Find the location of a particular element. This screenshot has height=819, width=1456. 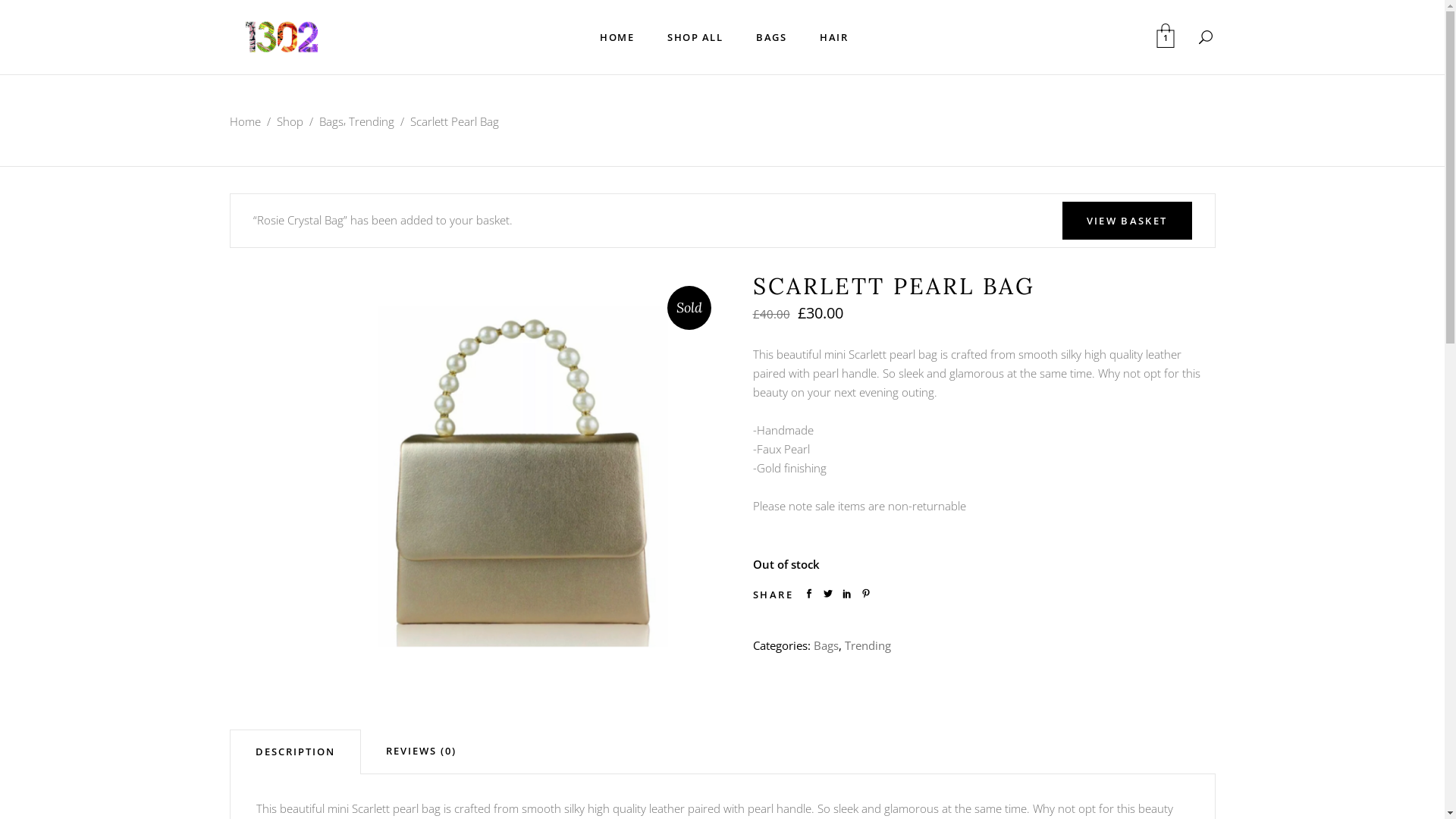

'VIEW BASKET' is located at coordinates (1127, 220).